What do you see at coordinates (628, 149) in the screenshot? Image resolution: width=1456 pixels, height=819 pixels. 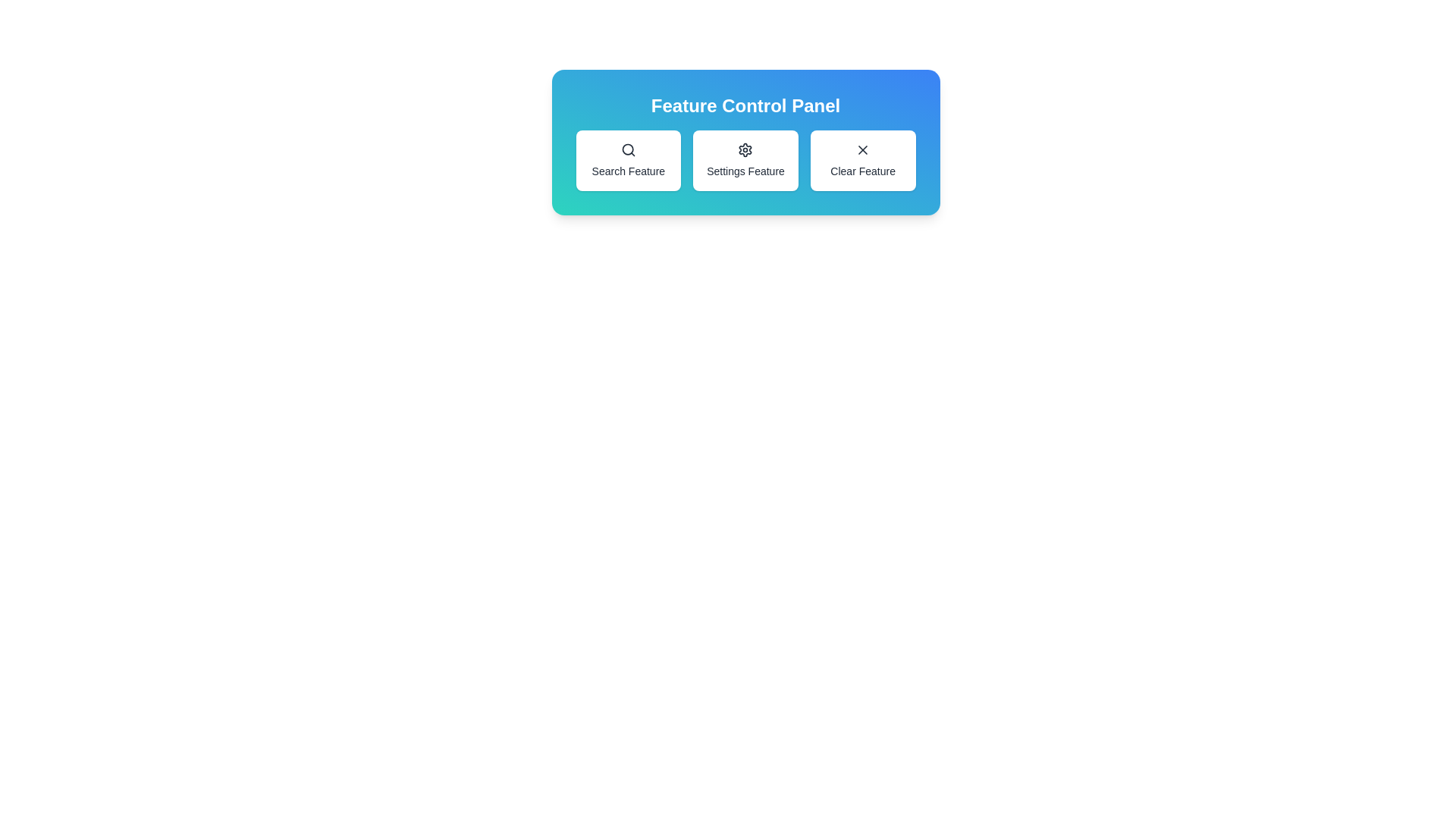 I see `the magnifying glass SVG icon located within the blue card interface labeled 'Feature Control Panel' for keyboard interaction` at bounding box center [628, 149].